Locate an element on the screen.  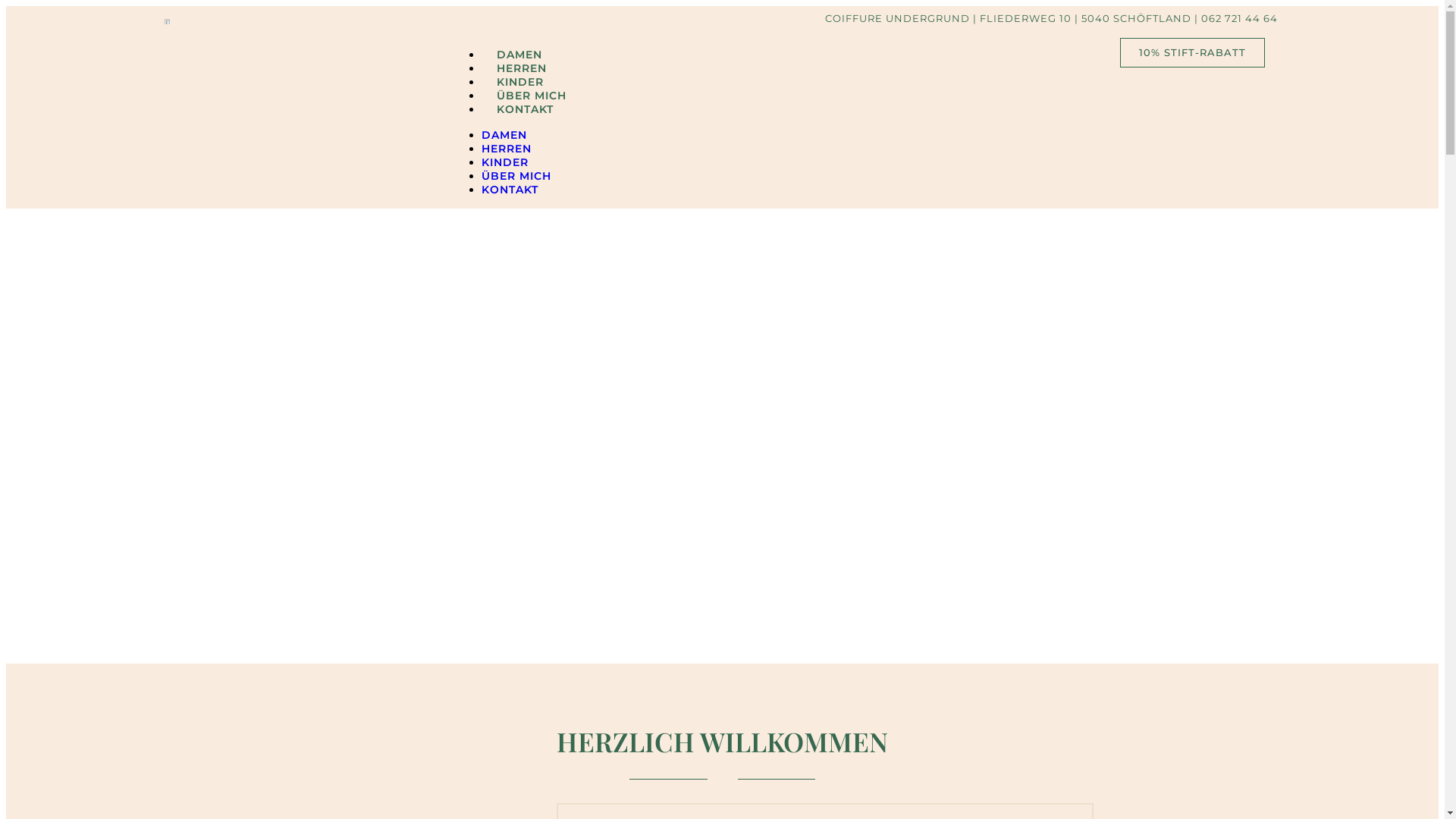
'HERREN' is located at coordinates (506, 149).